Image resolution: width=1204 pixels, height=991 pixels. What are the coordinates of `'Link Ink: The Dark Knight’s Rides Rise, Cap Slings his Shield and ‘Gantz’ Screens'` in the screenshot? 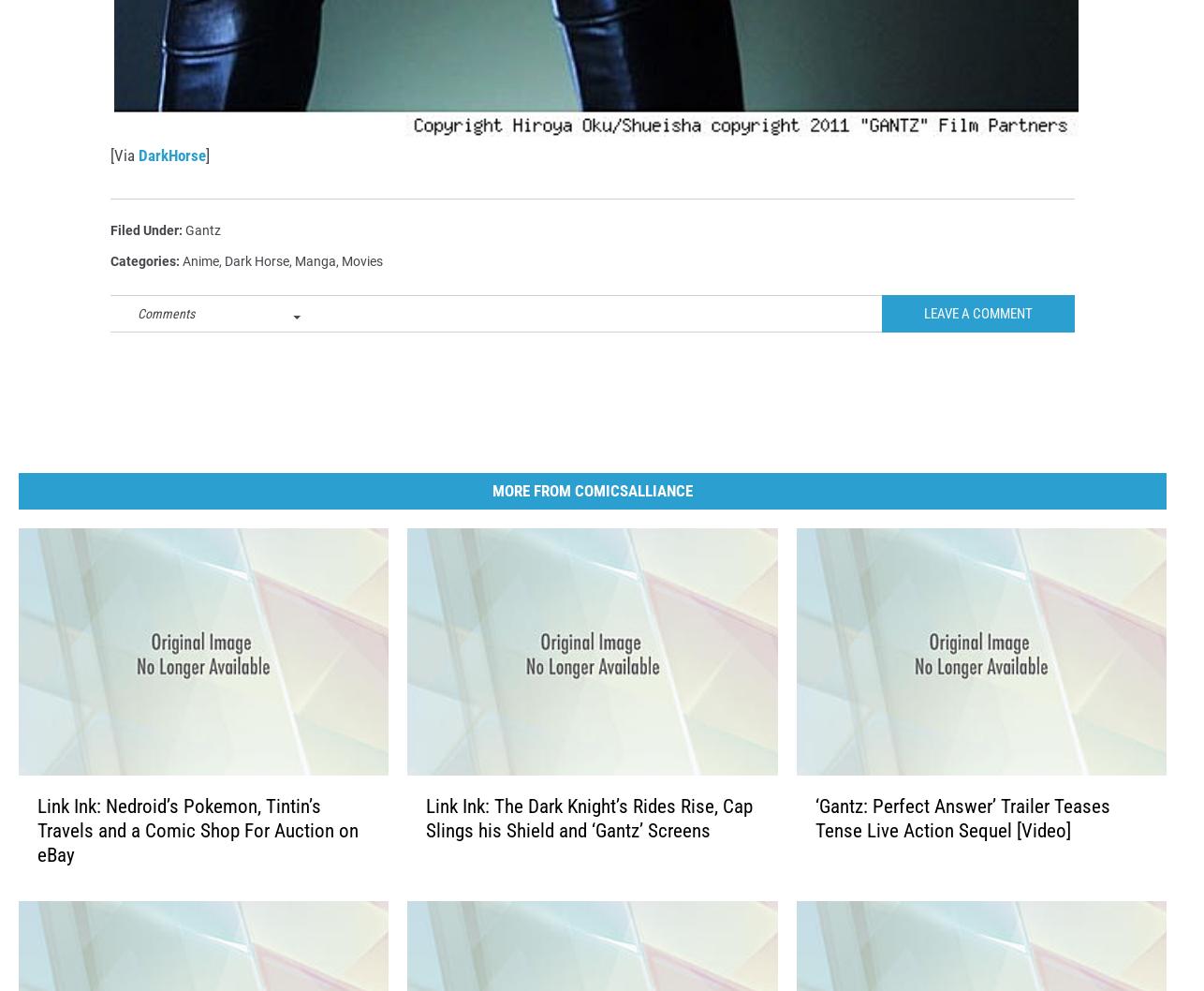 It's located at (588, 848).